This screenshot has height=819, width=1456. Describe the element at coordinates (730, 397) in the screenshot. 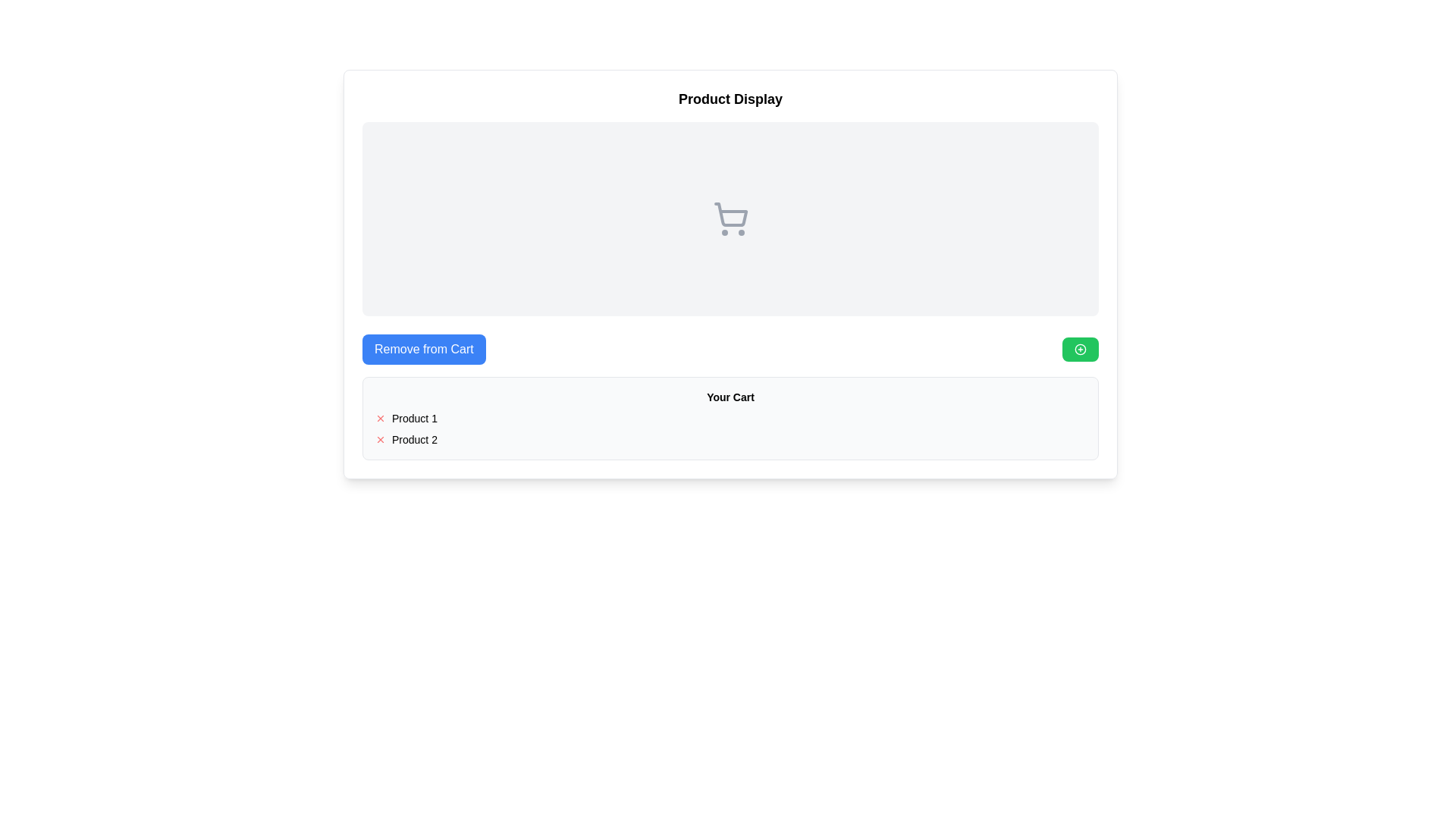

I see `the heading text that denotes the cart section, located centrally under the 'Remove from Cart' button at the top of the 'Your Cart' section` at that location.